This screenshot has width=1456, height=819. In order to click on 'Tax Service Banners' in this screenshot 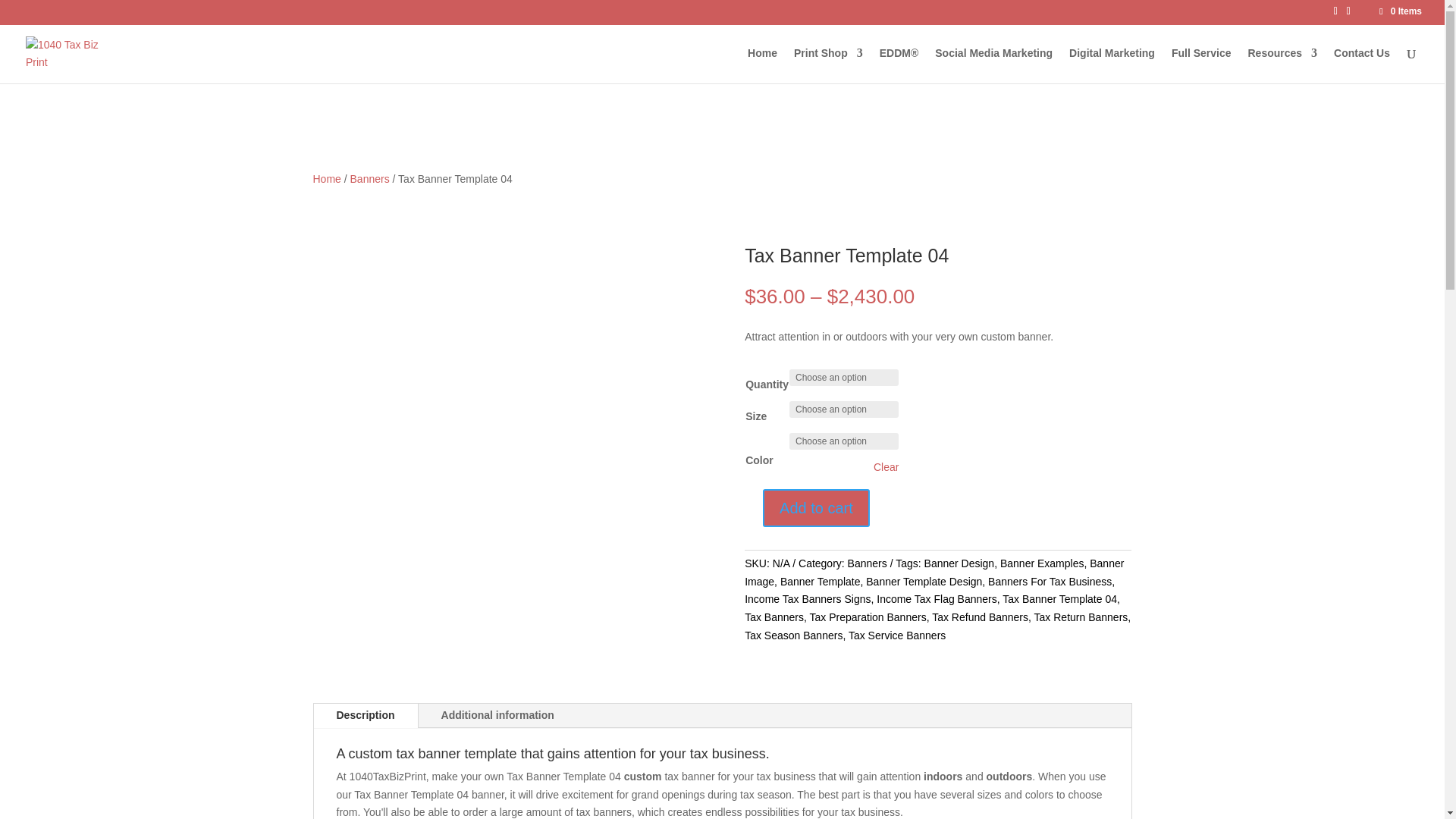, I will do `click(896, 635)`.